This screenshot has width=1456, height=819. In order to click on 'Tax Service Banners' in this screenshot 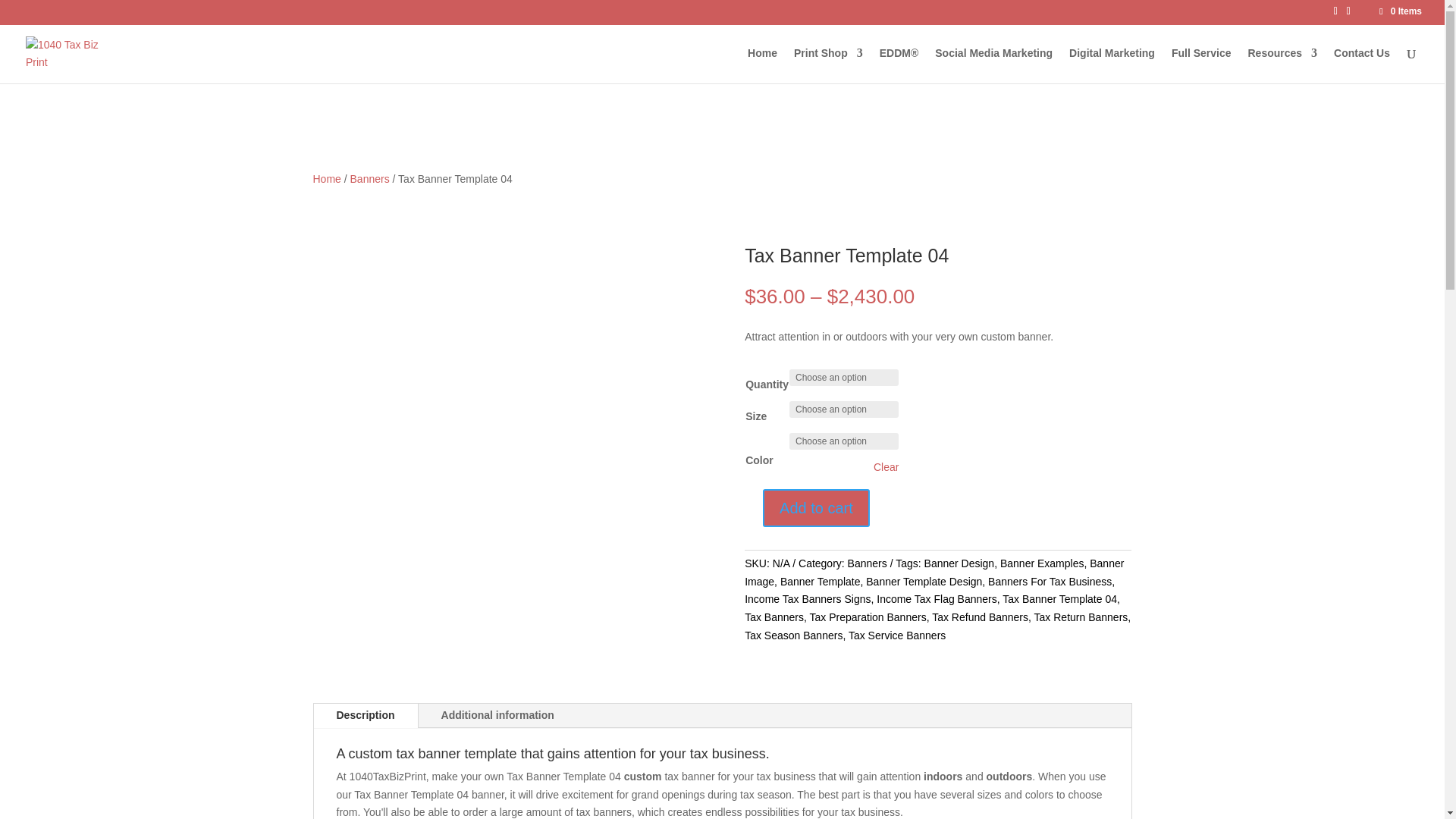, I will do `click(896, 635)`.